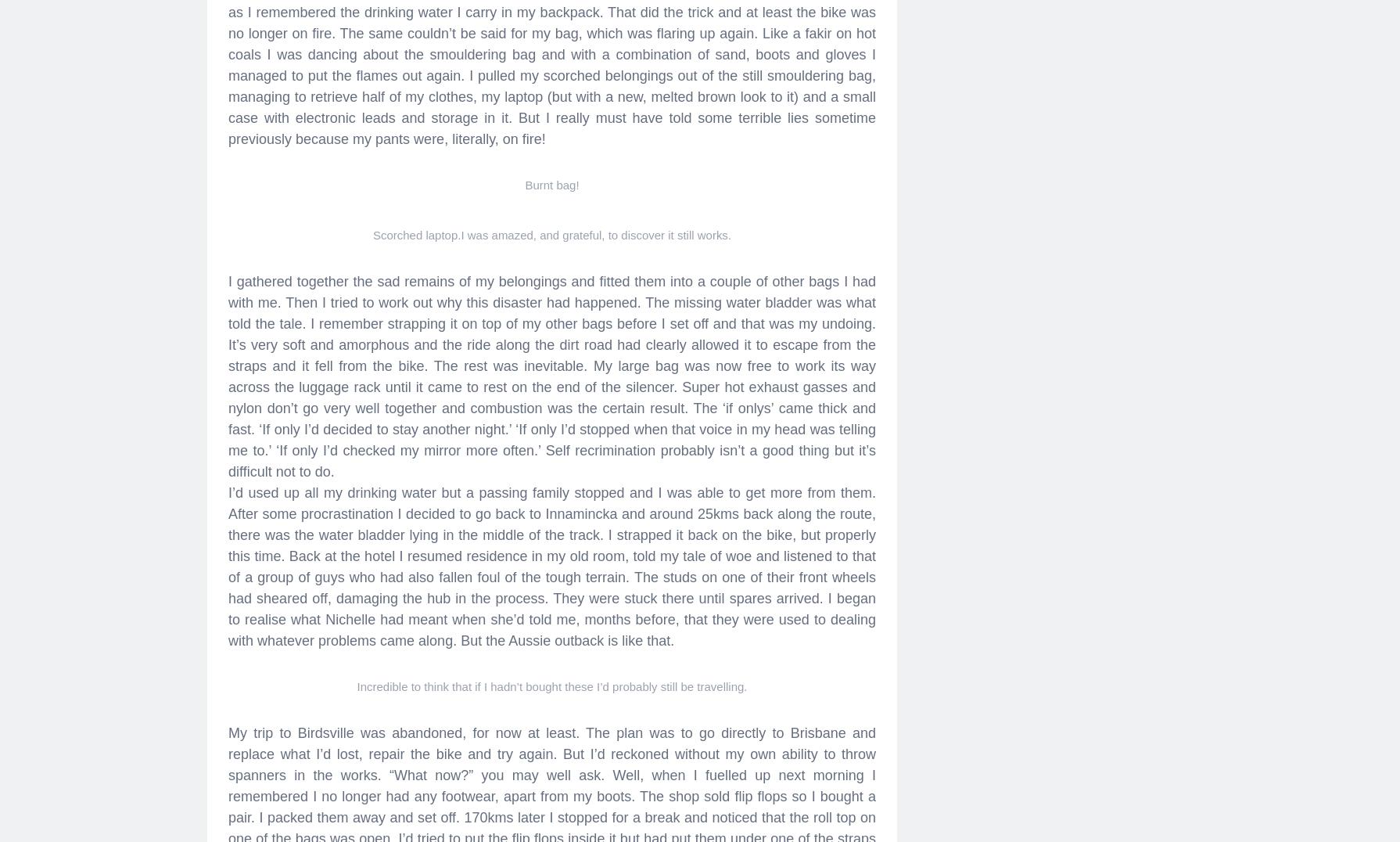 The image size is (1400, 842). Describe the element at coordinates (480, 210) in the screenshot. I see `'So I did. And previous experience should have told me never to ignore that voice.'` at that location.